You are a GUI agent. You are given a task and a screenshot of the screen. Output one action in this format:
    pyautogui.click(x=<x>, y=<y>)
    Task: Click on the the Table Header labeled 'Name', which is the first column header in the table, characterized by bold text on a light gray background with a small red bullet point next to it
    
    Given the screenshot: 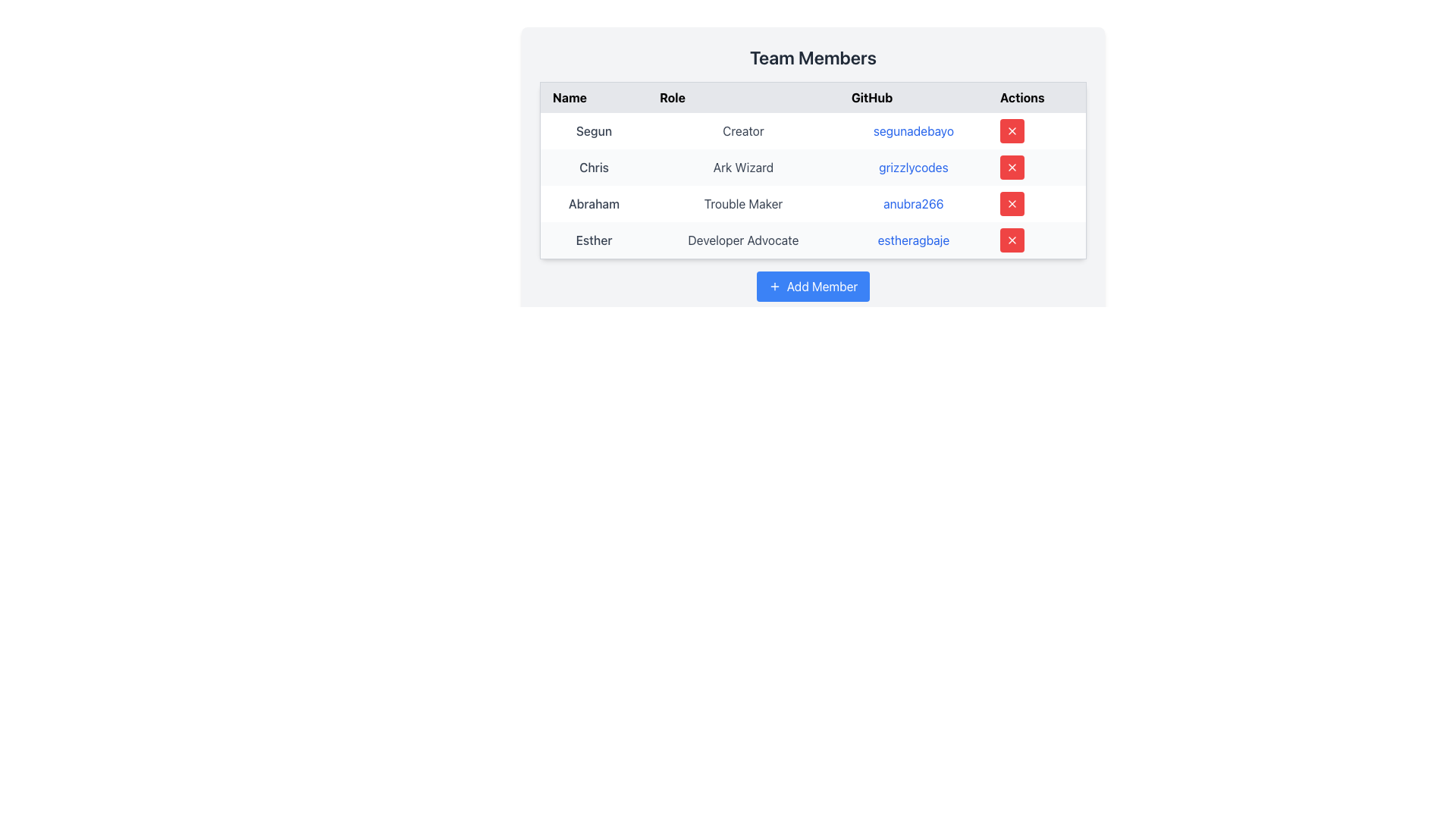 What is the action you would take?
    pyautogui.click(x=593, y=97)
    